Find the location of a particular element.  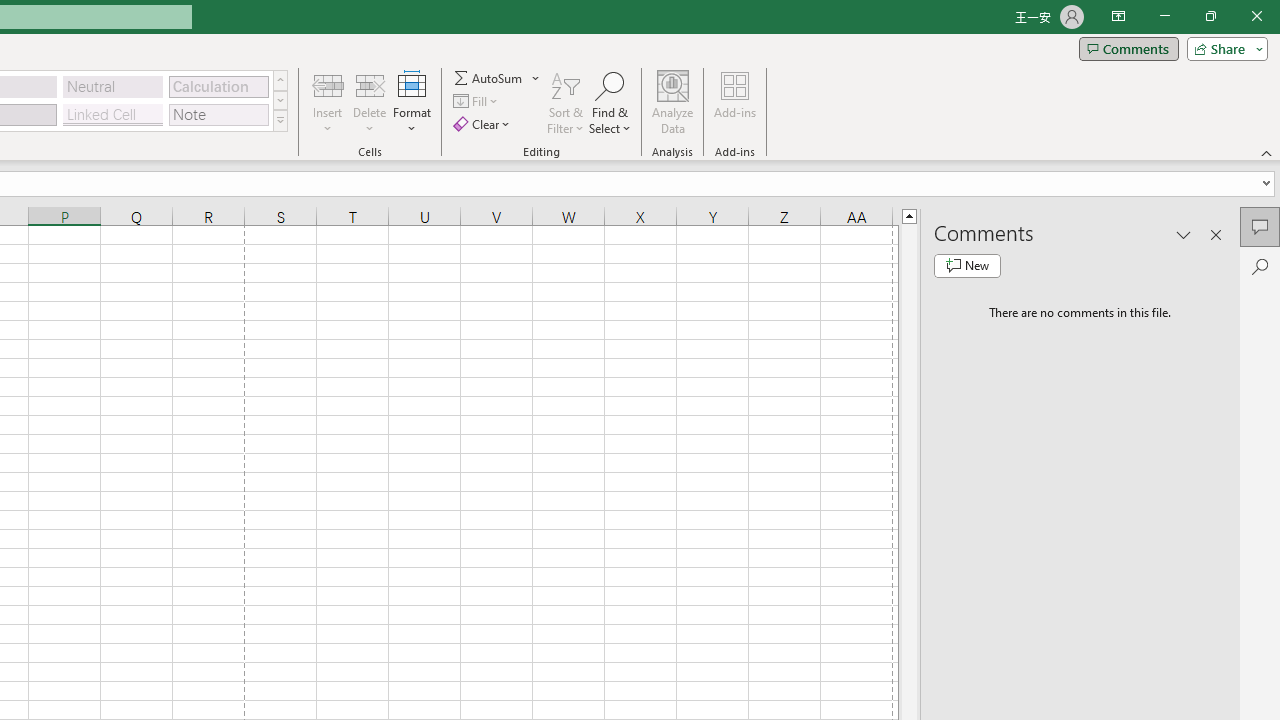

'Delete Cells...' is located at coordinates (369, 84).